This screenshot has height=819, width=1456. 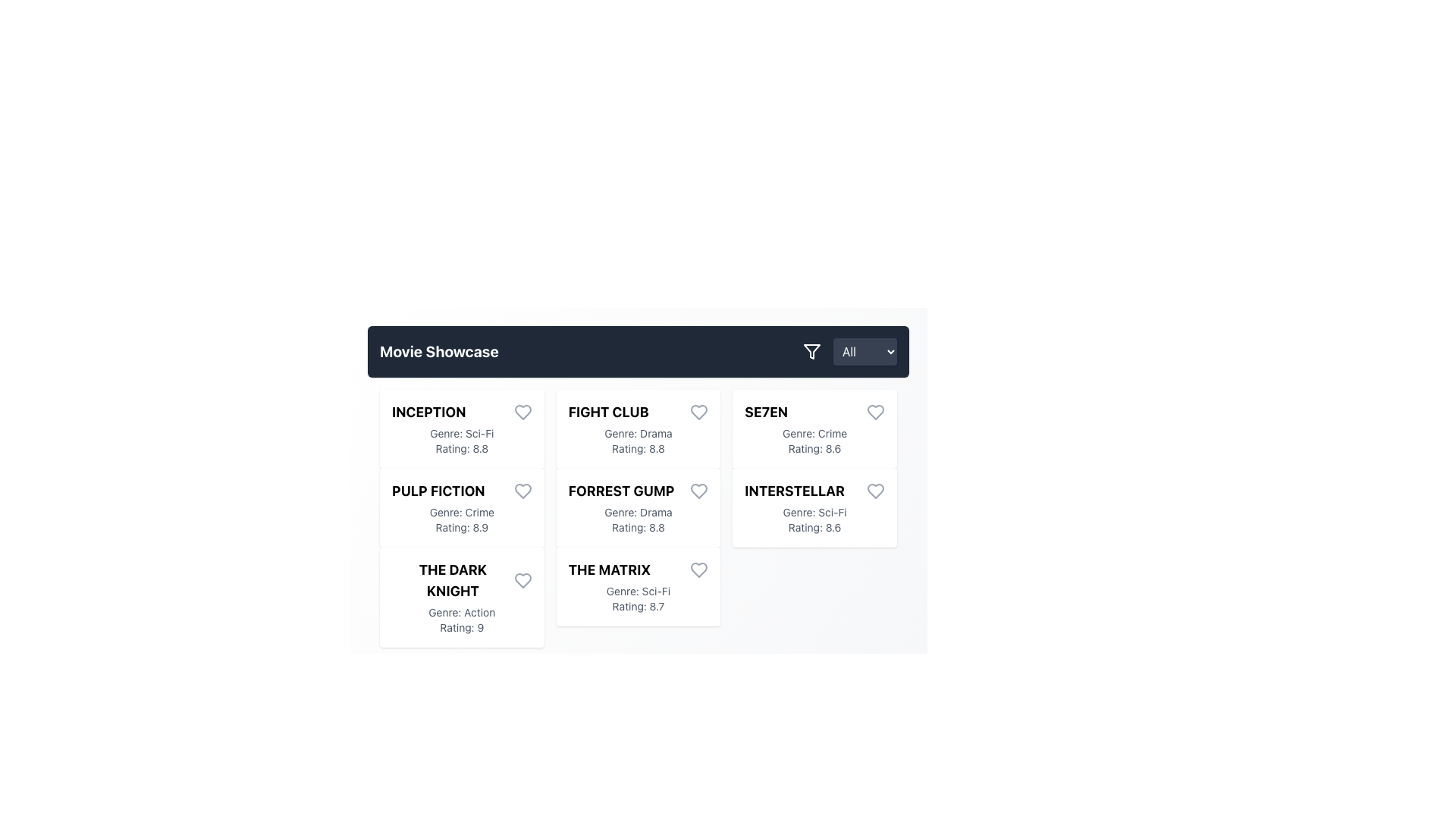 What do you see at coordinates (794, 491) in the screenshot?
I see `the text label displaying the movie title 'Interstellar' located in the bottom-right content card of the grid layout` at bounding box center [794, 491].